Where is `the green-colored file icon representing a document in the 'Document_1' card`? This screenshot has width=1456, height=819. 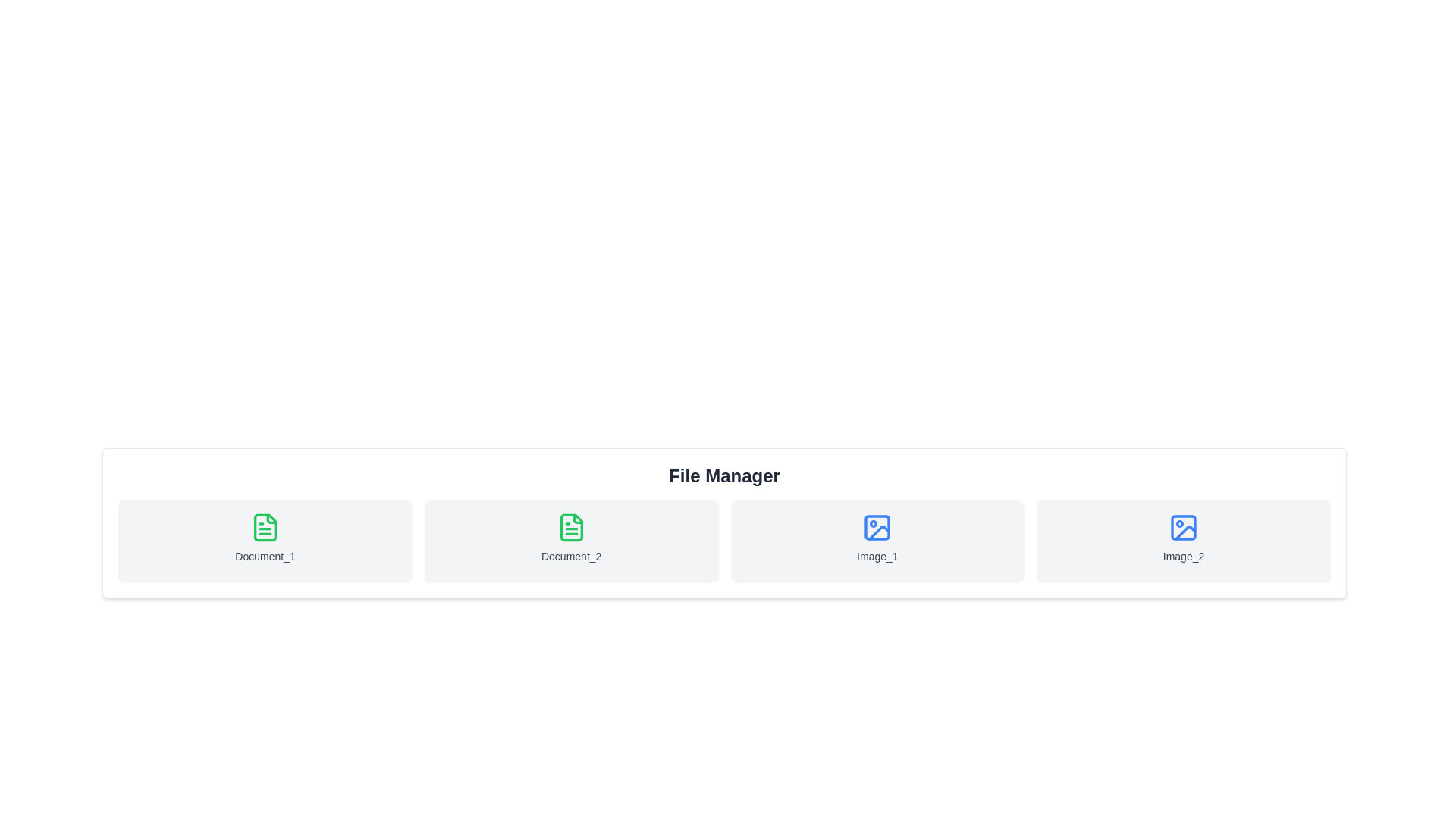
the green-colored file icon representing a document in the 'Document_1' card is located at coordinates (265, 526).